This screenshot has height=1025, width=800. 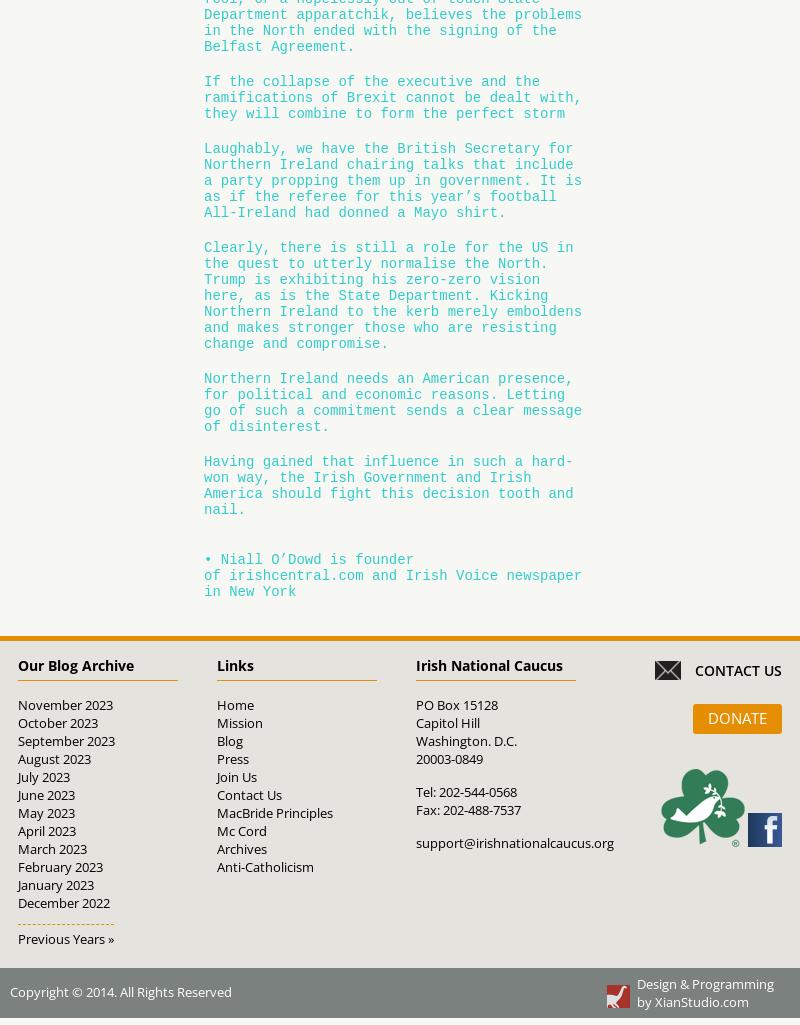 I want to click on 'July 2023', so click(x=41, y=776).